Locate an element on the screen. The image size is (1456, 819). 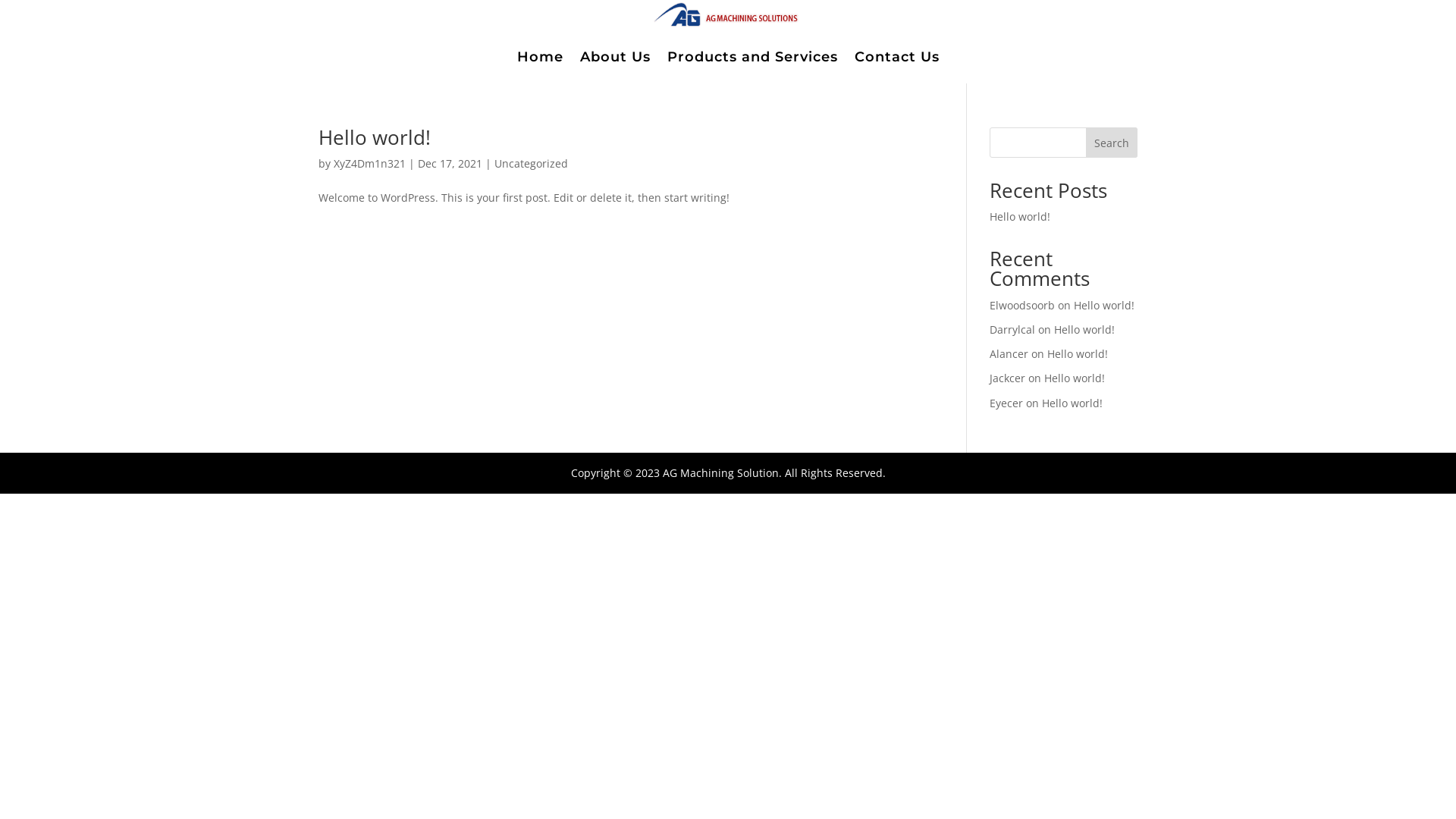
'Products and Services' is located at coordinates (752, 55).